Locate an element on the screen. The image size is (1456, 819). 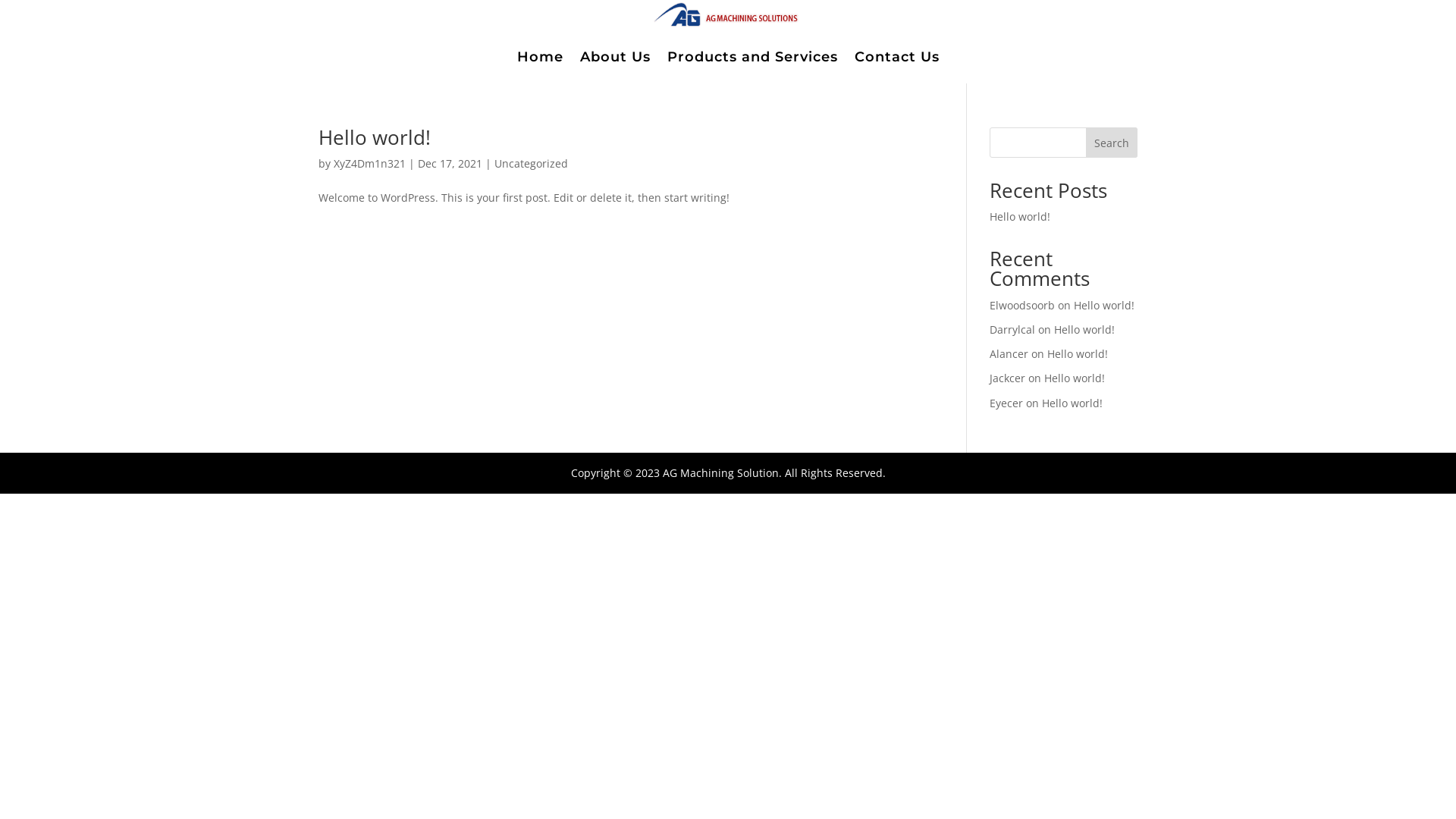
'Products and Services' is located at coordinates (752, 55).